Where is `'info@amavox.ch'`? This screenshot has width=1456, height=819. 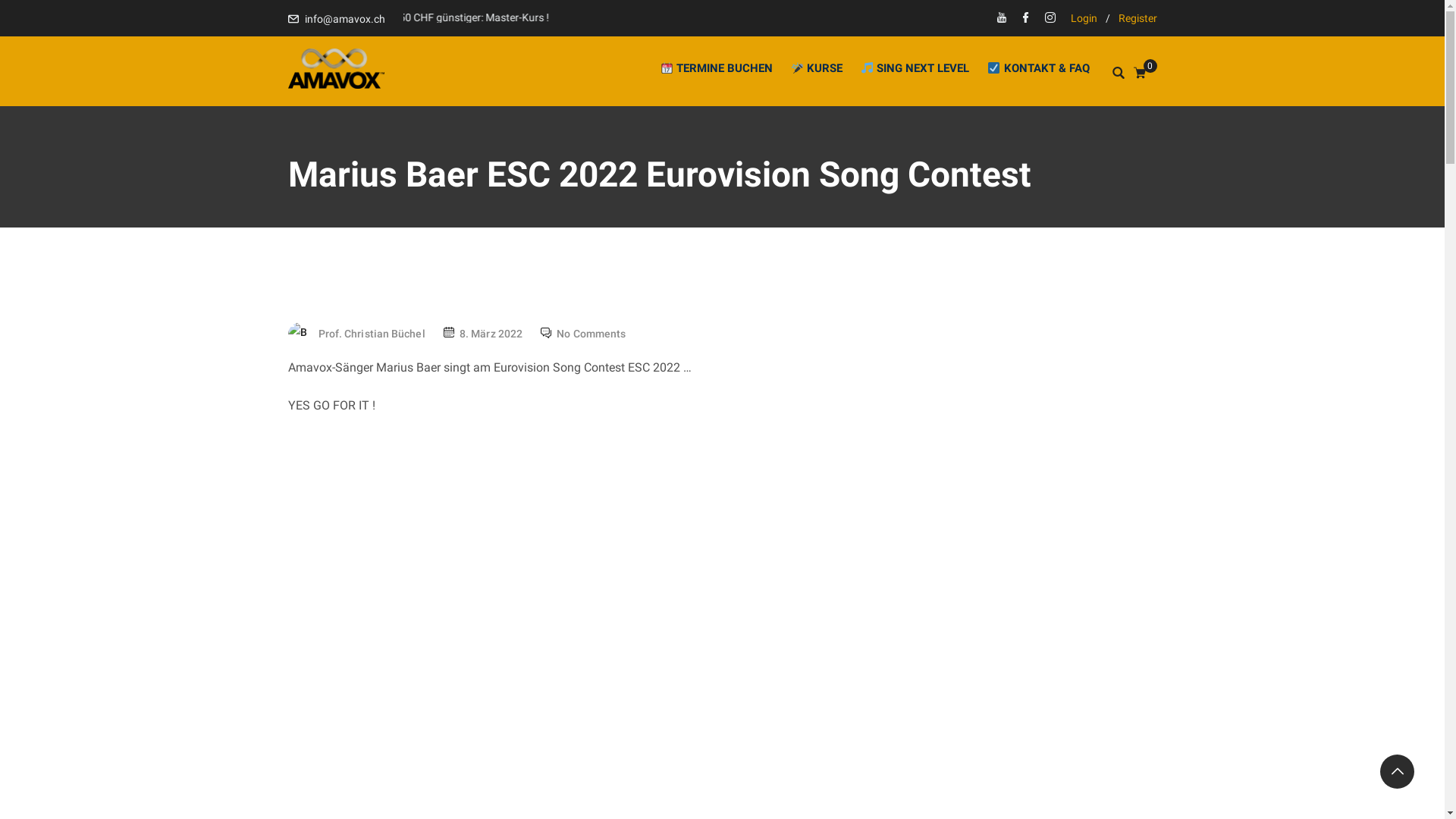
'info@amavox.ch' is located at coordinates (344, 18).